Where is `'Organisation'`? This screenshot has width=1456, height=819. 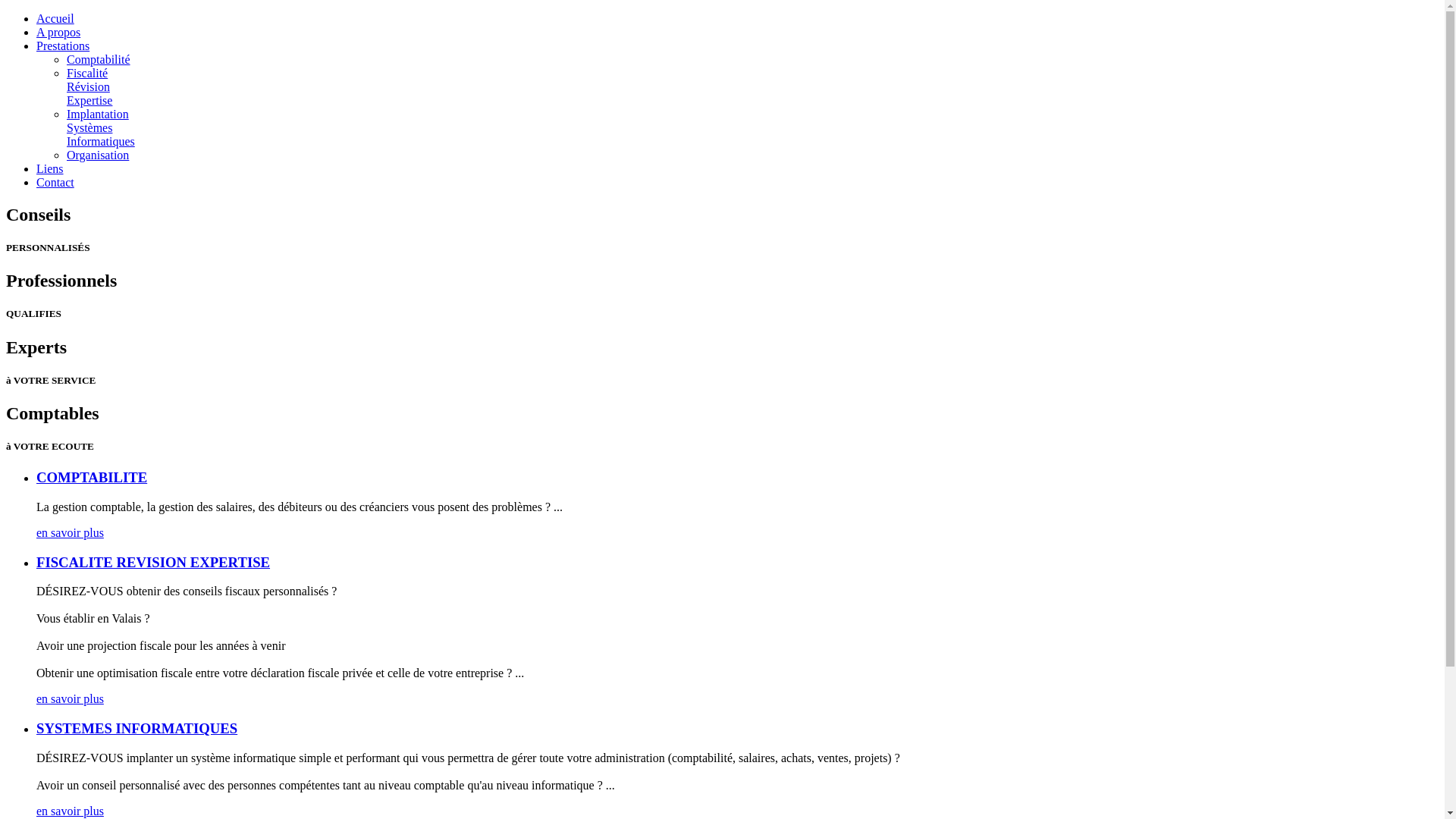
'Organisation' is located at coordinates (97, 155).